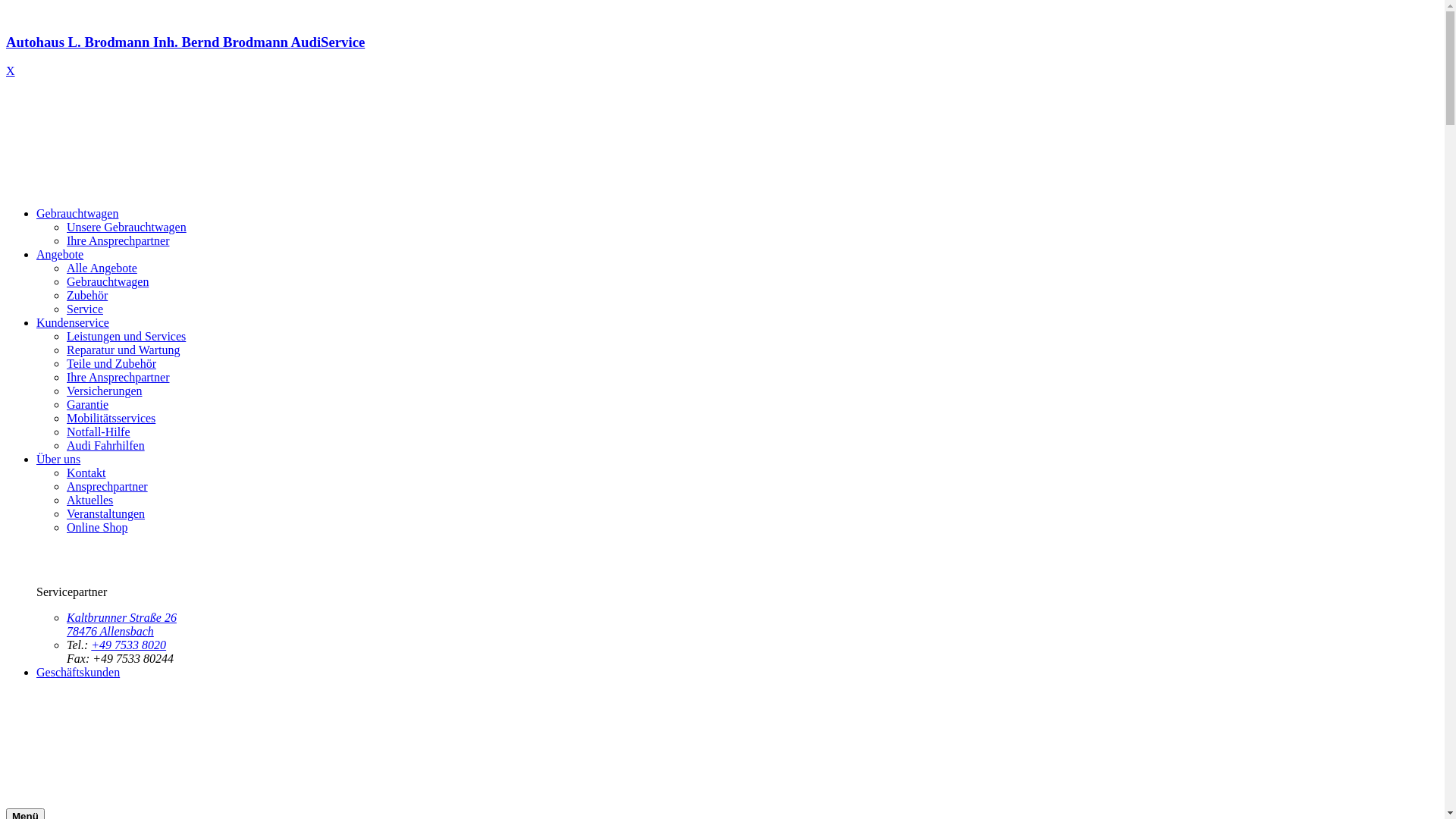 The image size is (1456, 819). What do you see at coordinates (101, 267) in the screenshot?
I see `'Alle Angebote'` at bounding box center [101, 267].